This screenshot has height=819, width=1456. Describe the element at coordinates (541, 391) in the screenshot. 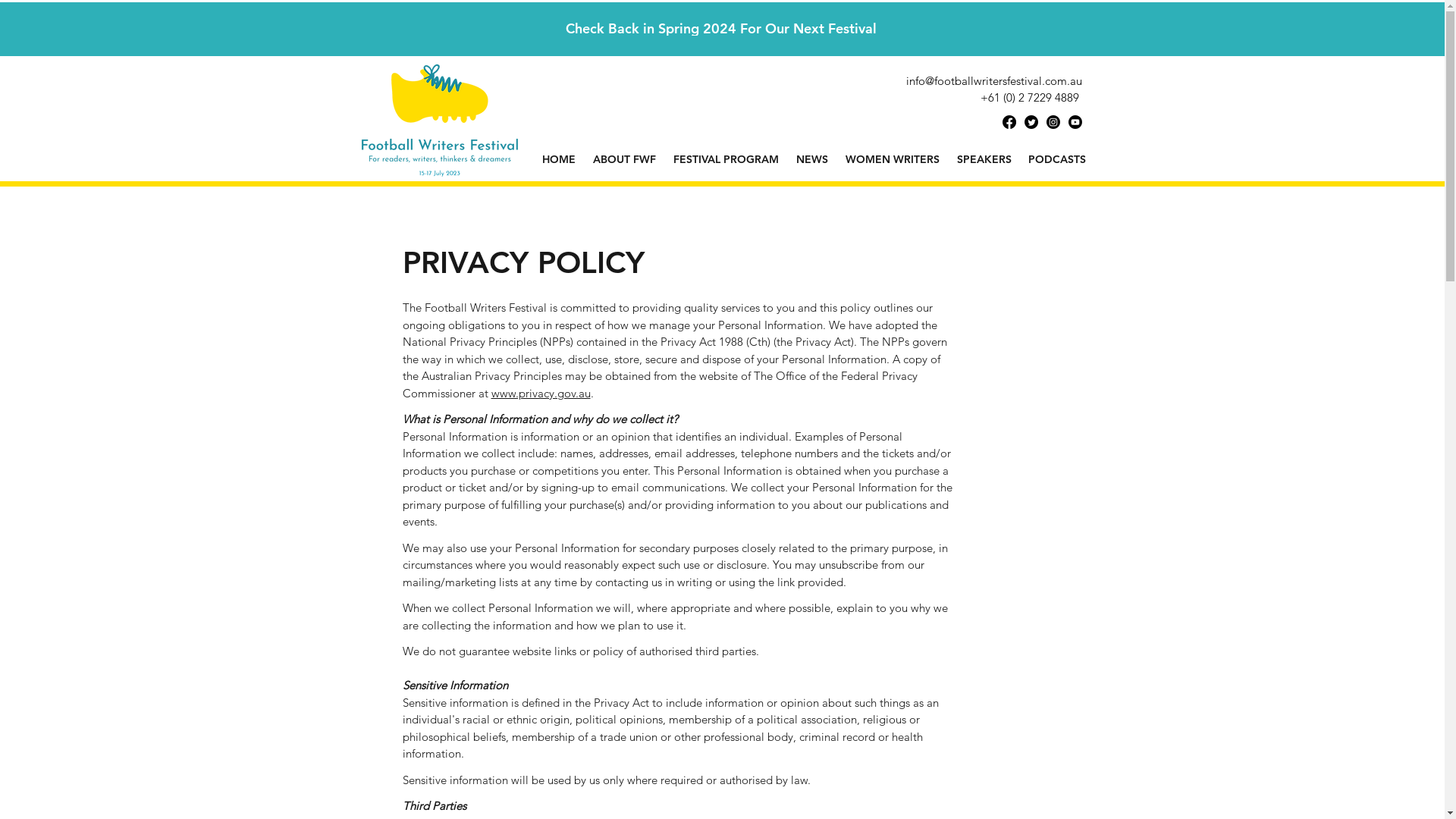

I see `'www.privacy.gov.au'` at that location.